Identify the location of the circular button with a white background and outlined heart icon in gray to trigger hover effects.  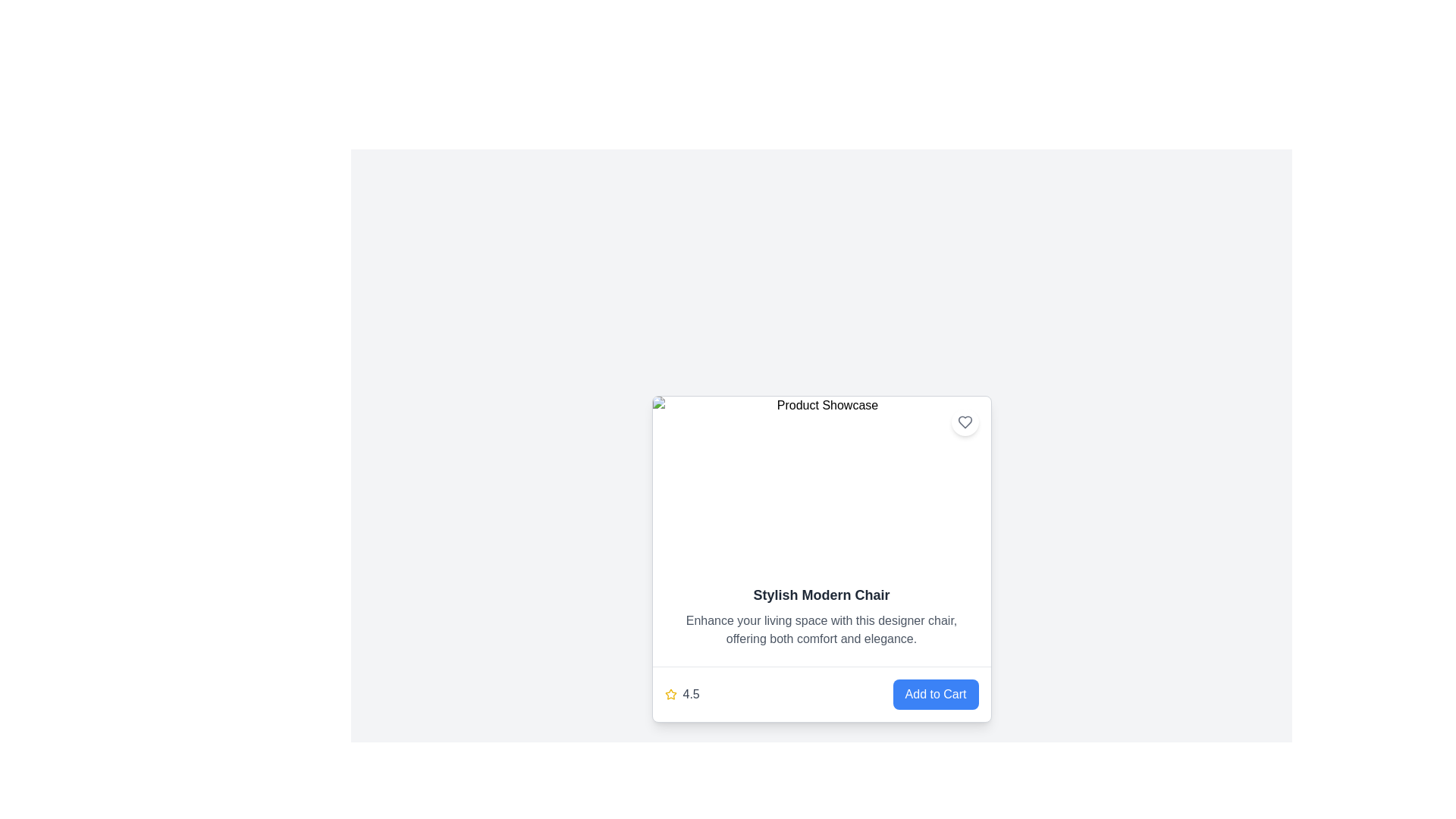
(964, 422).